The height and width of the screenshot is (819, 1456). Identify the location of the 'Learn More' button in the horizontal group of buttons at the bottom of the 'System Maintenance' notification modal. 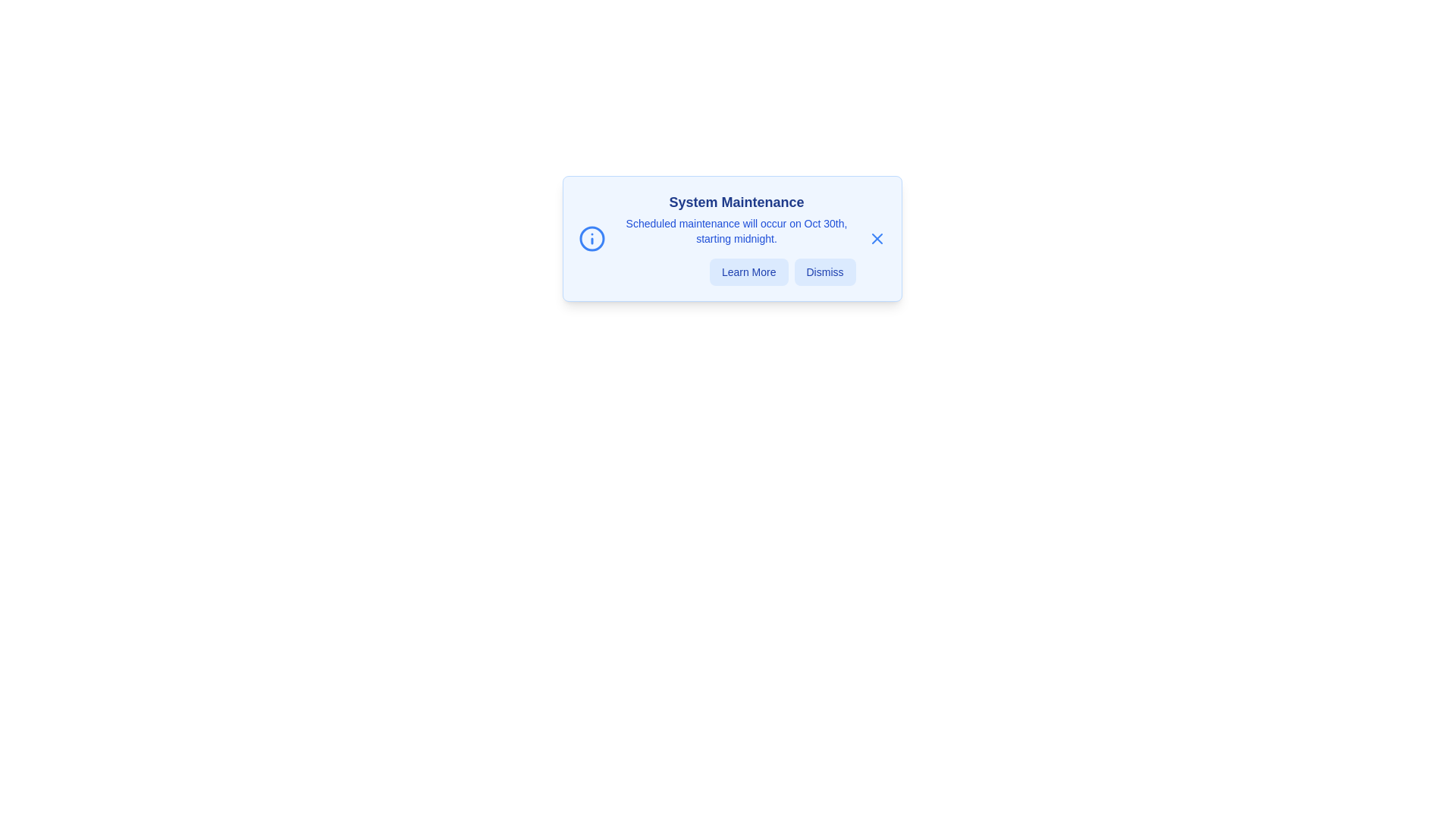
(736, 271).